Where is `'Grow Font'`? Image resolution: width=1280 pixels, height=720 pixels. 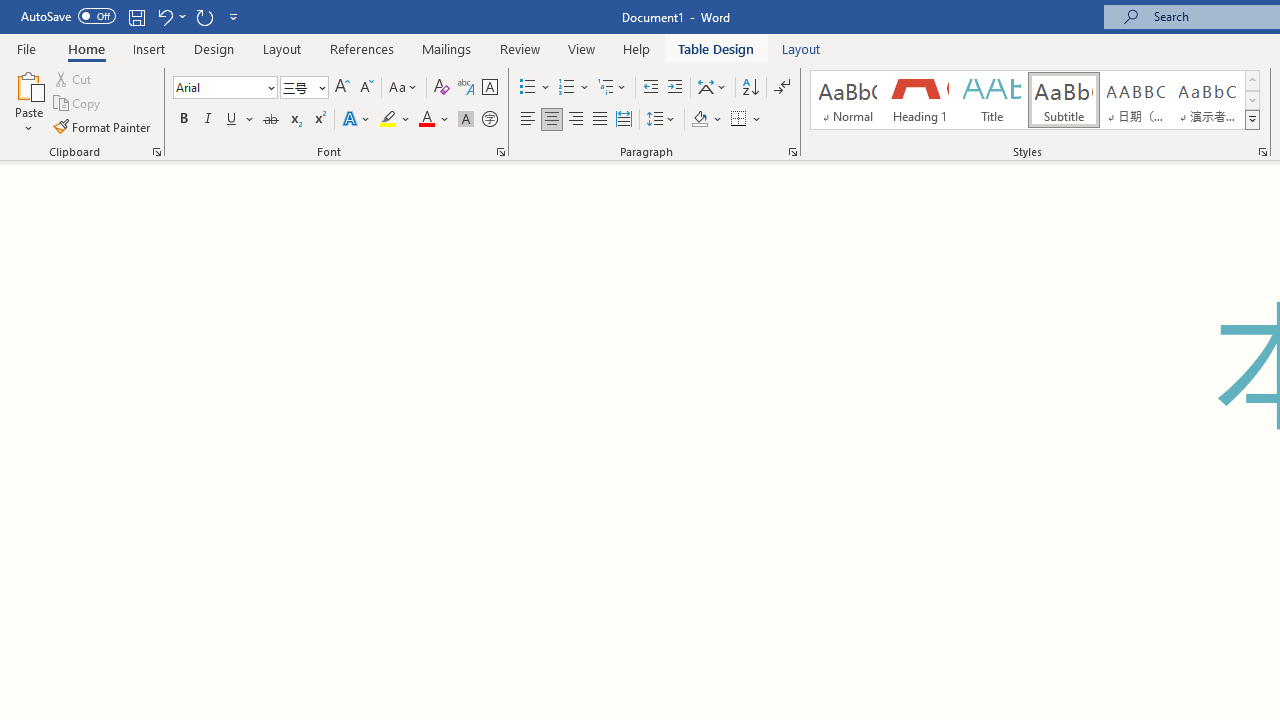
'Grow Font' is located at coordinates (342, 86).